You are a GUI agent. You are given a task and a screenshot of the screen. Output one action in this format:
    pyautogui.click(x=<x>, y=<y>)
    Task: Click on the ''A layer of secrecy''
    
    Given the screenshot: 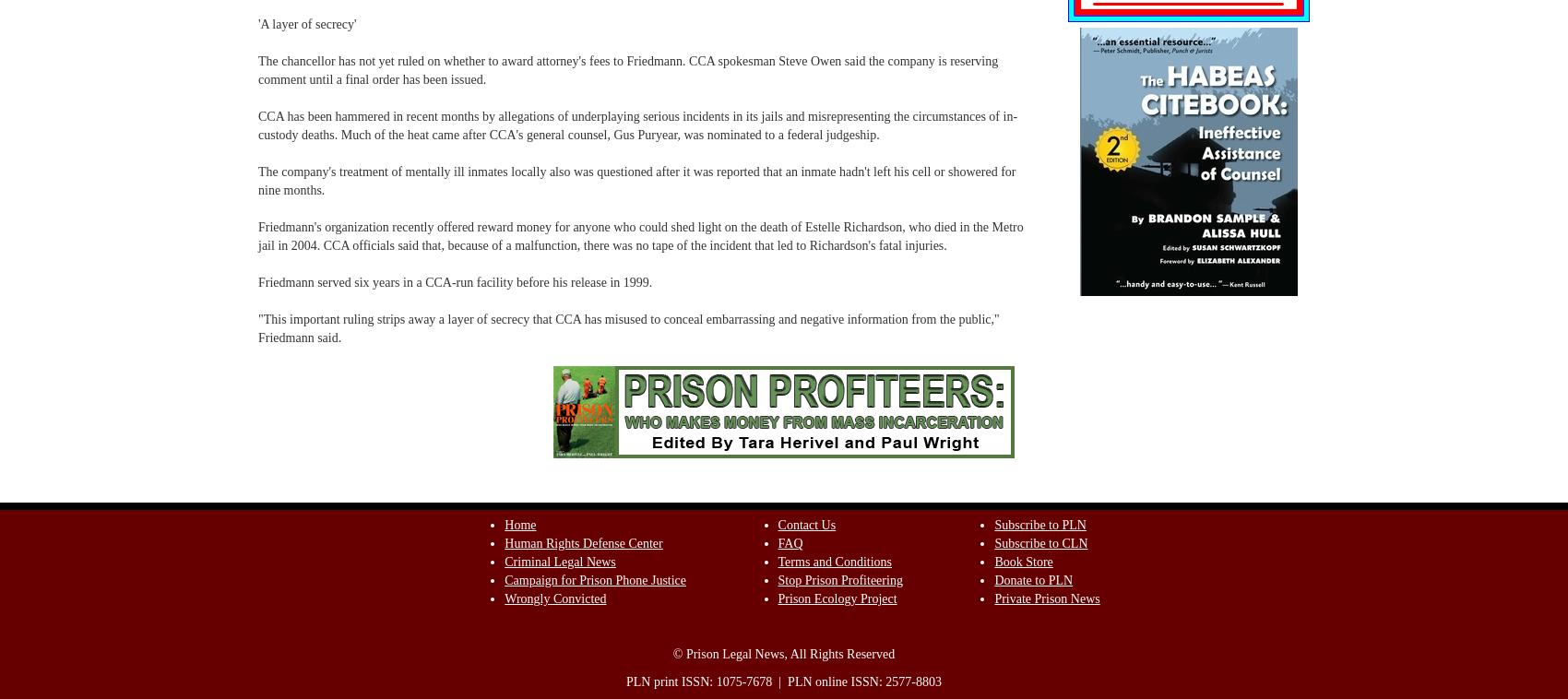 What is the action you would take?
    pyautogui.click(x=306, y=23)
    